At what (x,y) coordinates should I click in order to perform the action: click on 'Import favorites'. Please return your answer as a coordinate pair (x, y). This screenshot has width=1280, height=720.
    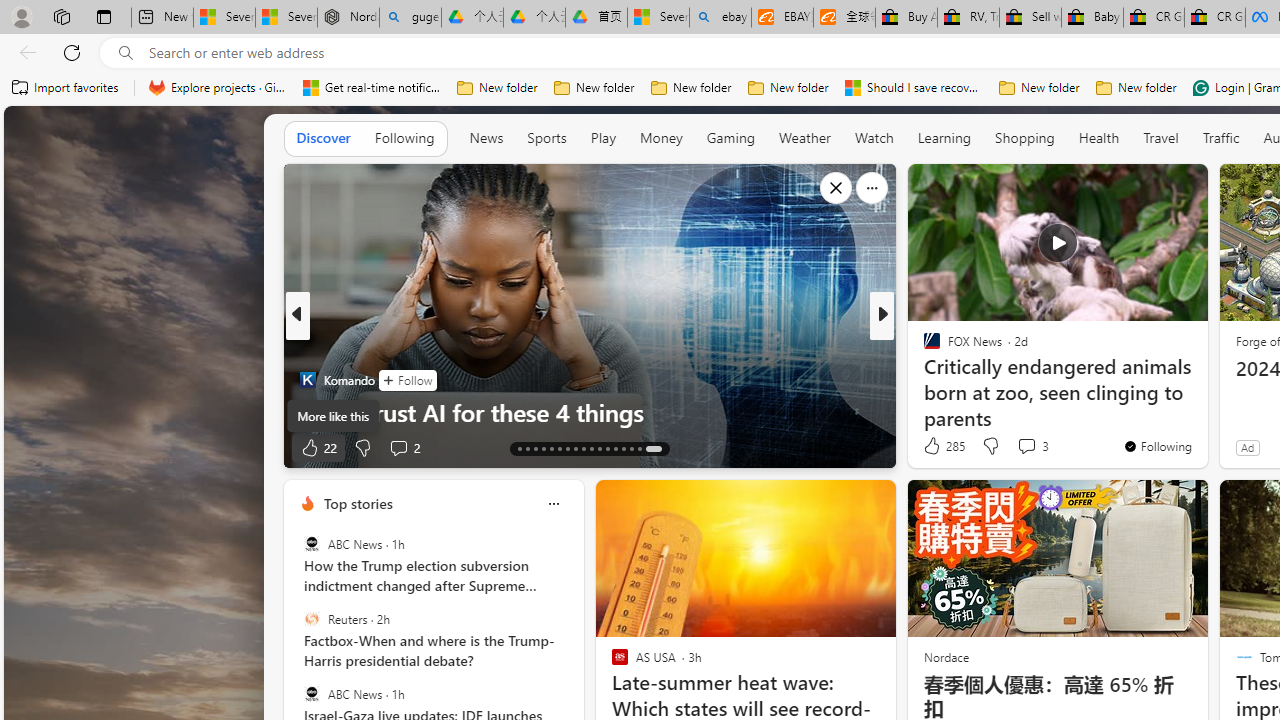
    Looking at the image, I should click on (65, 87).